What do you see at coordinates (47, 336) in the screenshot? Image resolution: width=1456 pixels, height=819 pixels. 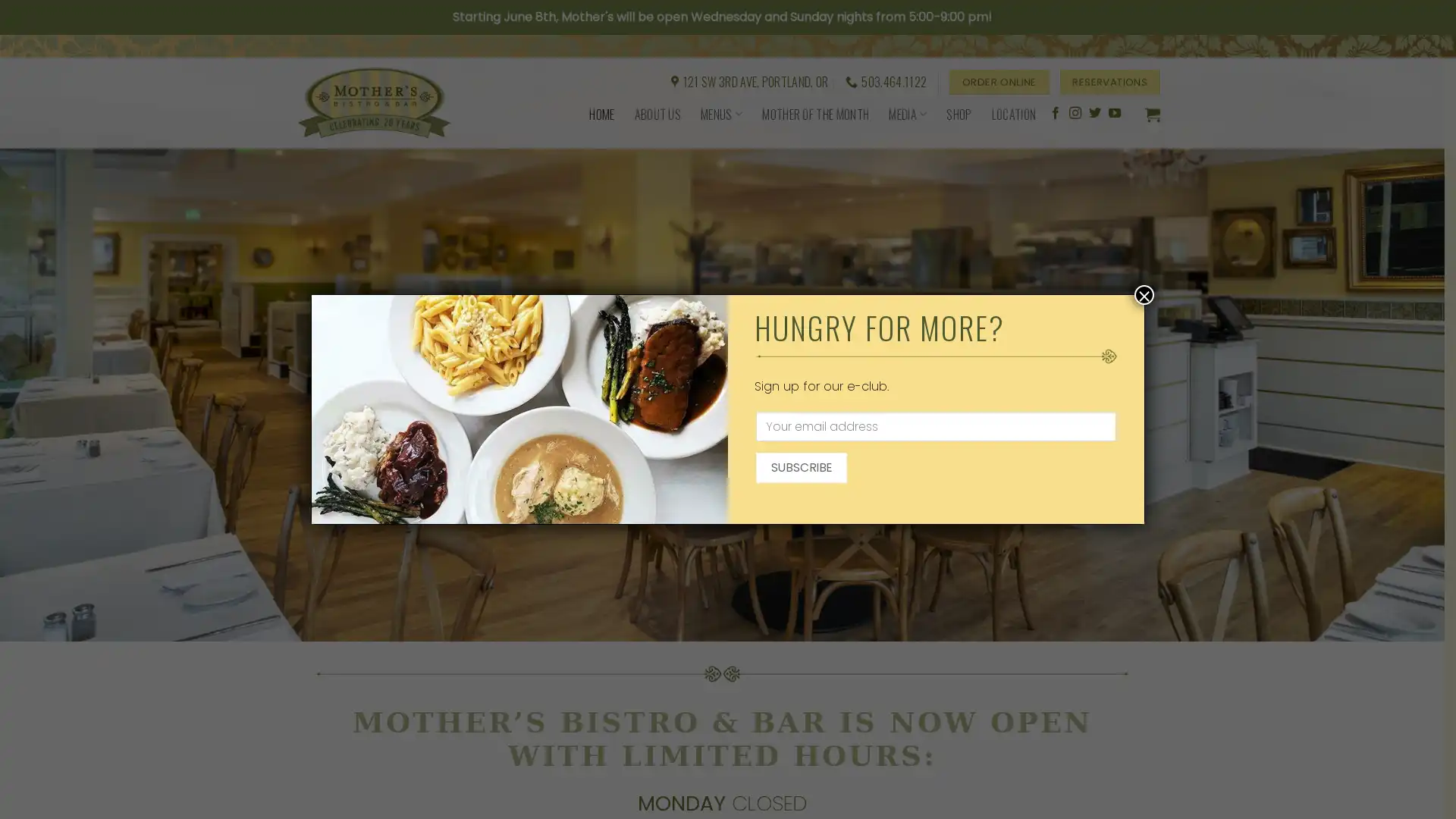 I see `Previous` at bounding box center [47, 336].